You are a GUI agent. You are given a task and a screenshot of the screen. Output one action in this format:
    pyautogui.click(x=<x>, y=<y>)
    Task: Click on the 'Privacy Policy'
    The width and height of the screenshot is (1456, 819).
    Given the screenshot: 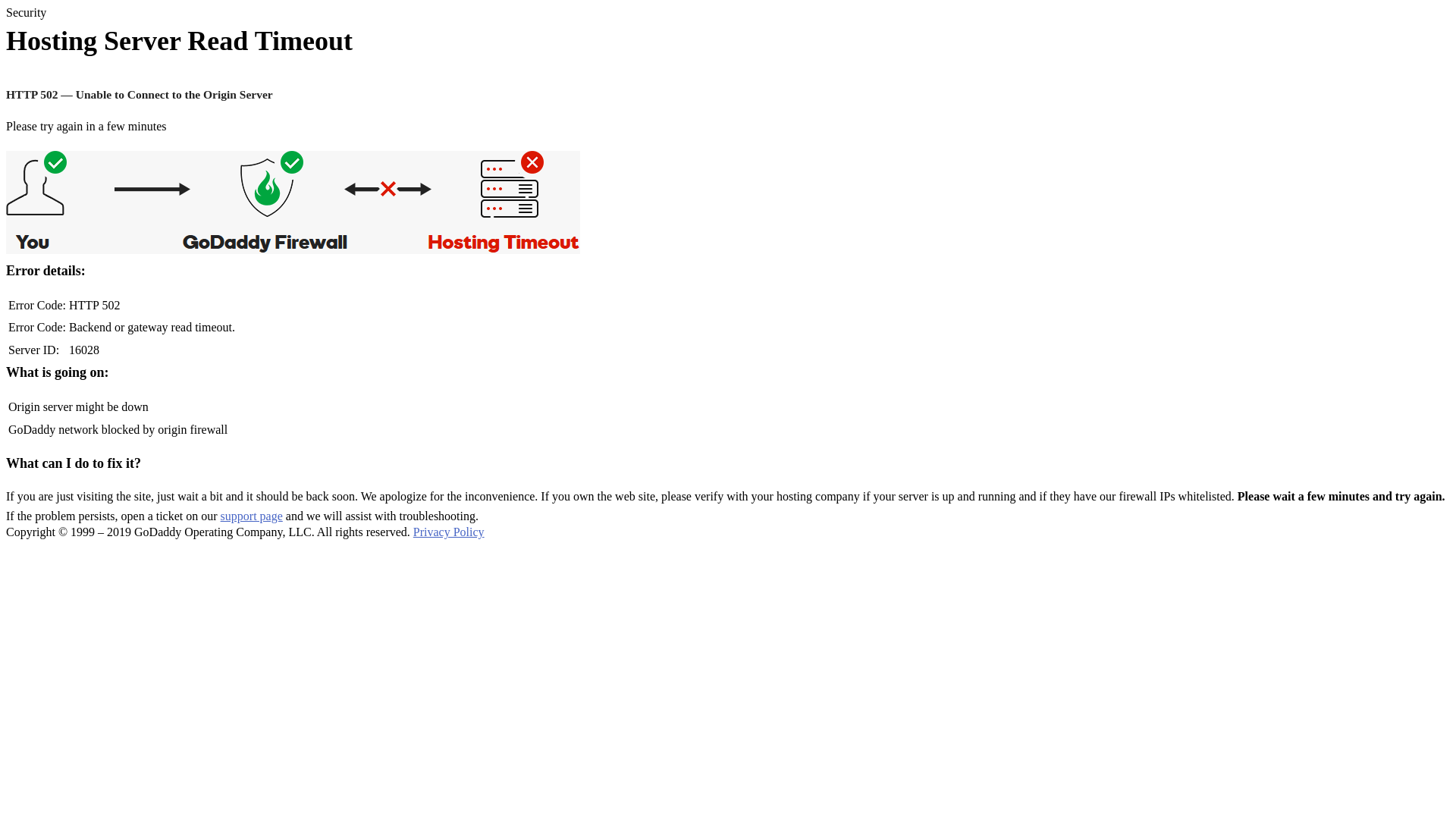 What is the action you would take?
    pyautogui.click(x=413, y=531)
    